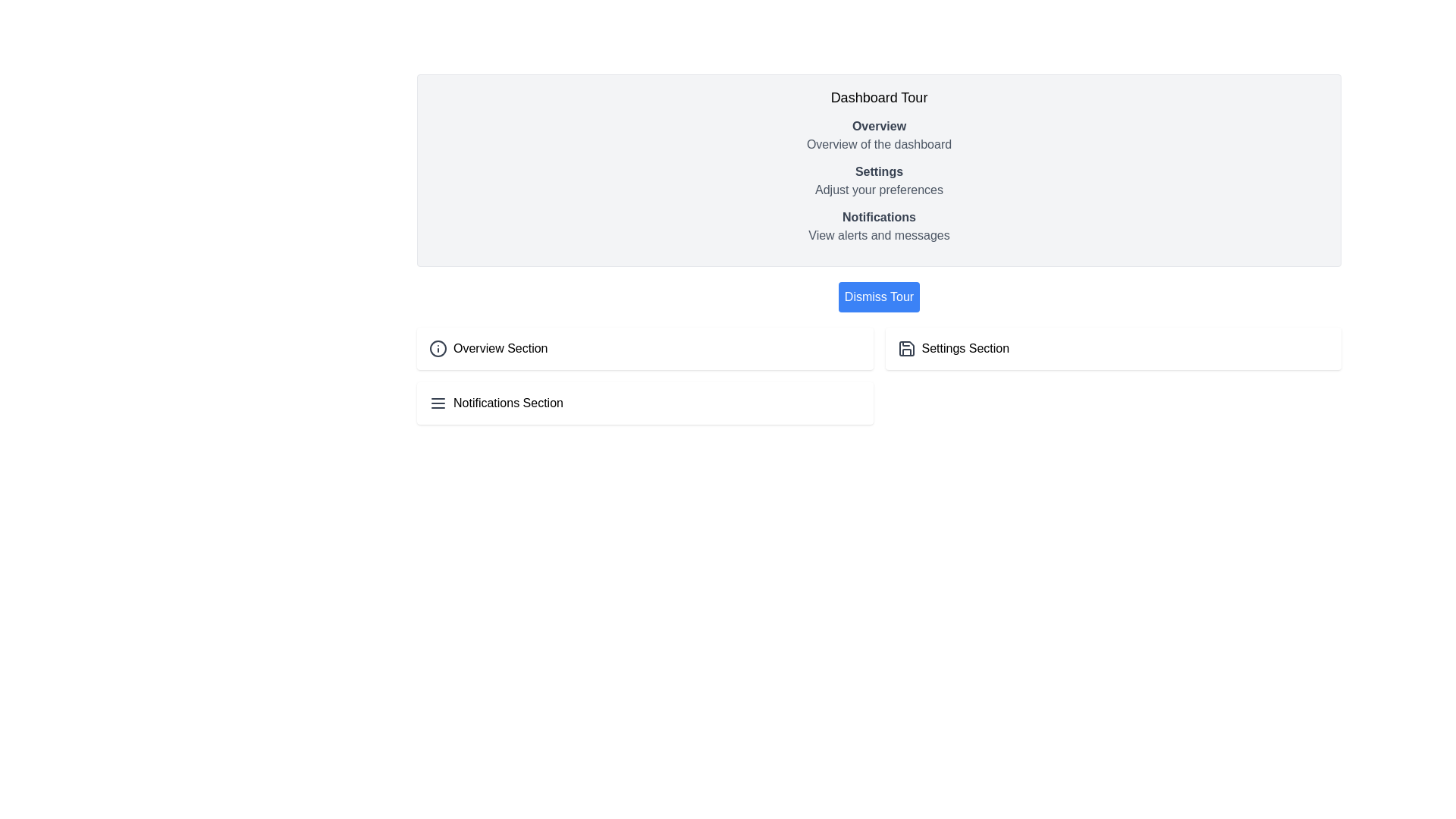 Image resolution: width=1456 pixels, height=819 pixels. What do you see at coordinates (437, 348) in the screenshot?
I see `the circular element located at the center of the information symbol, which is styled with a stroke and no fill, positioned above the 'Overview Section' text` at bounding box center [437, 348].